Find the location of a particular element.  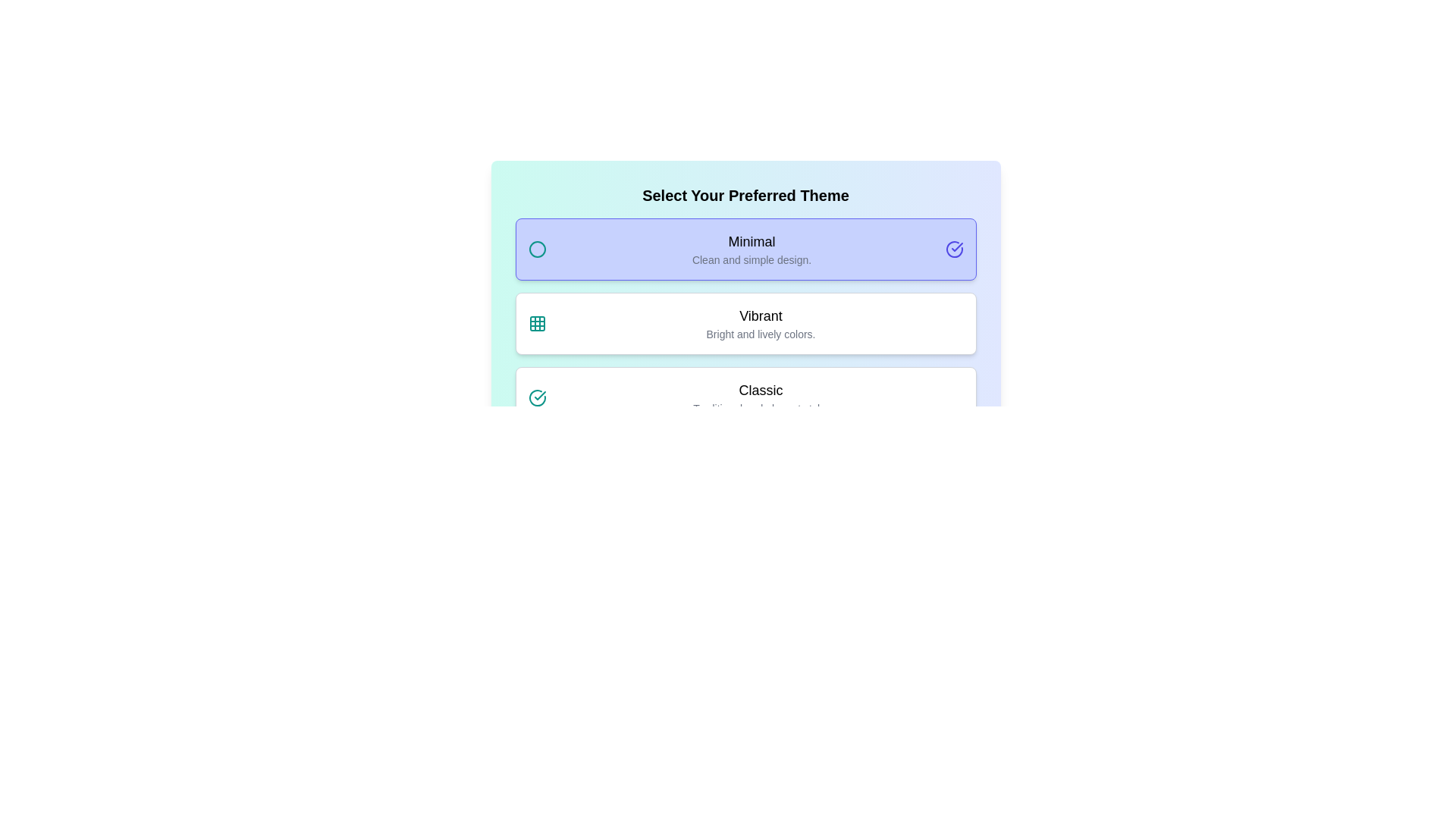

the first selectable card in the list is located at coordinates (745, 248).